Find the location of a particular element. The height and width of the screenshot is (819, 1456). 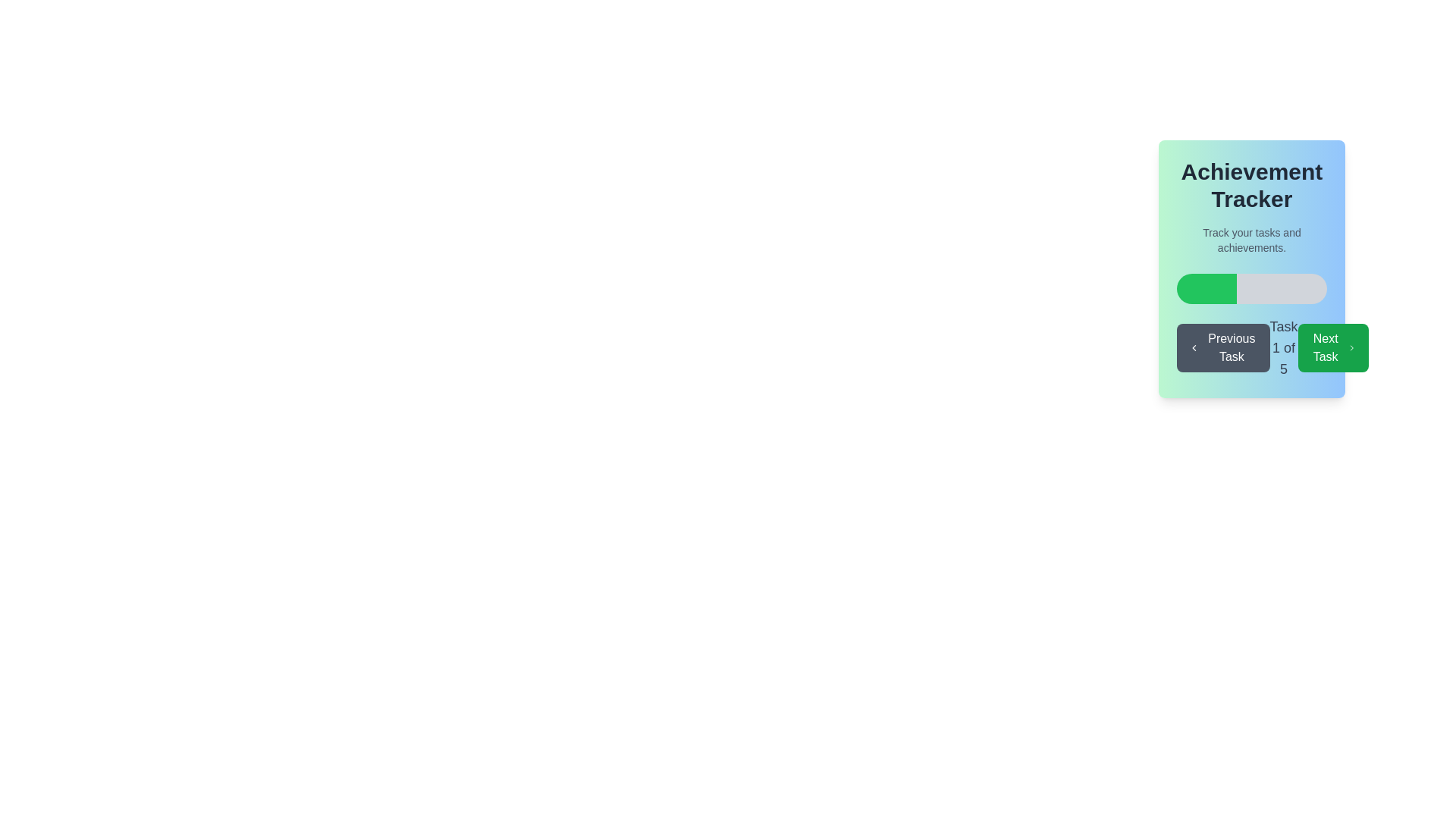

the static text block that contains the content 'Track your tasks and achievements.' which is located beneath the heading 'Achievement Tracker' is located at coordinates (1252, 239).